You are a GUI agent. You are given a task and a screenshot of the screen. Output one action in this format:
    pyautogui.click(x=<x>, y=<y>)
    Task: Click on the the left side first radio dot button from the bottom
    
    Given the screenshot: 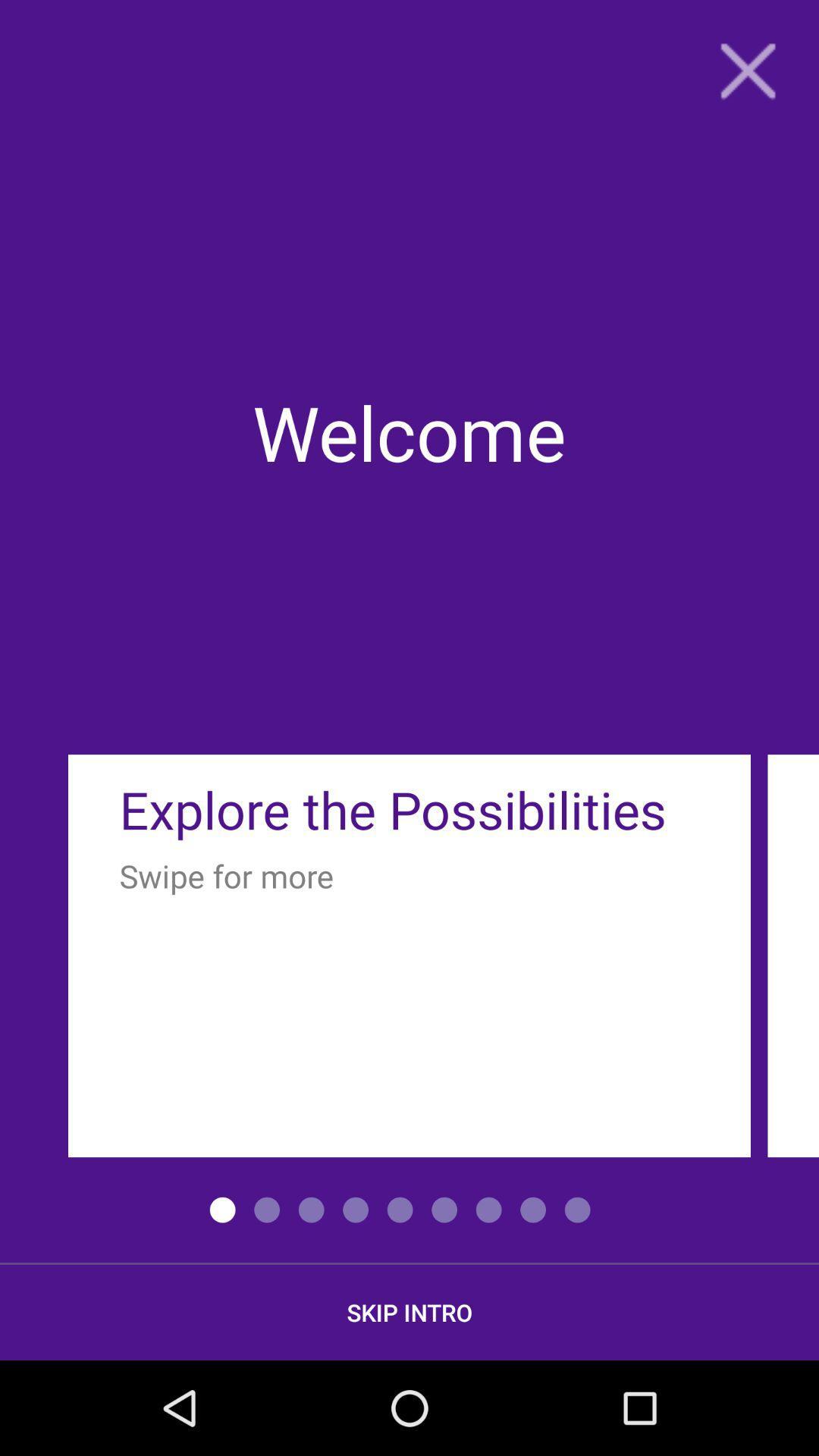 What is the action you would take?
    pyautogui.click(x=222, y=1210)
    